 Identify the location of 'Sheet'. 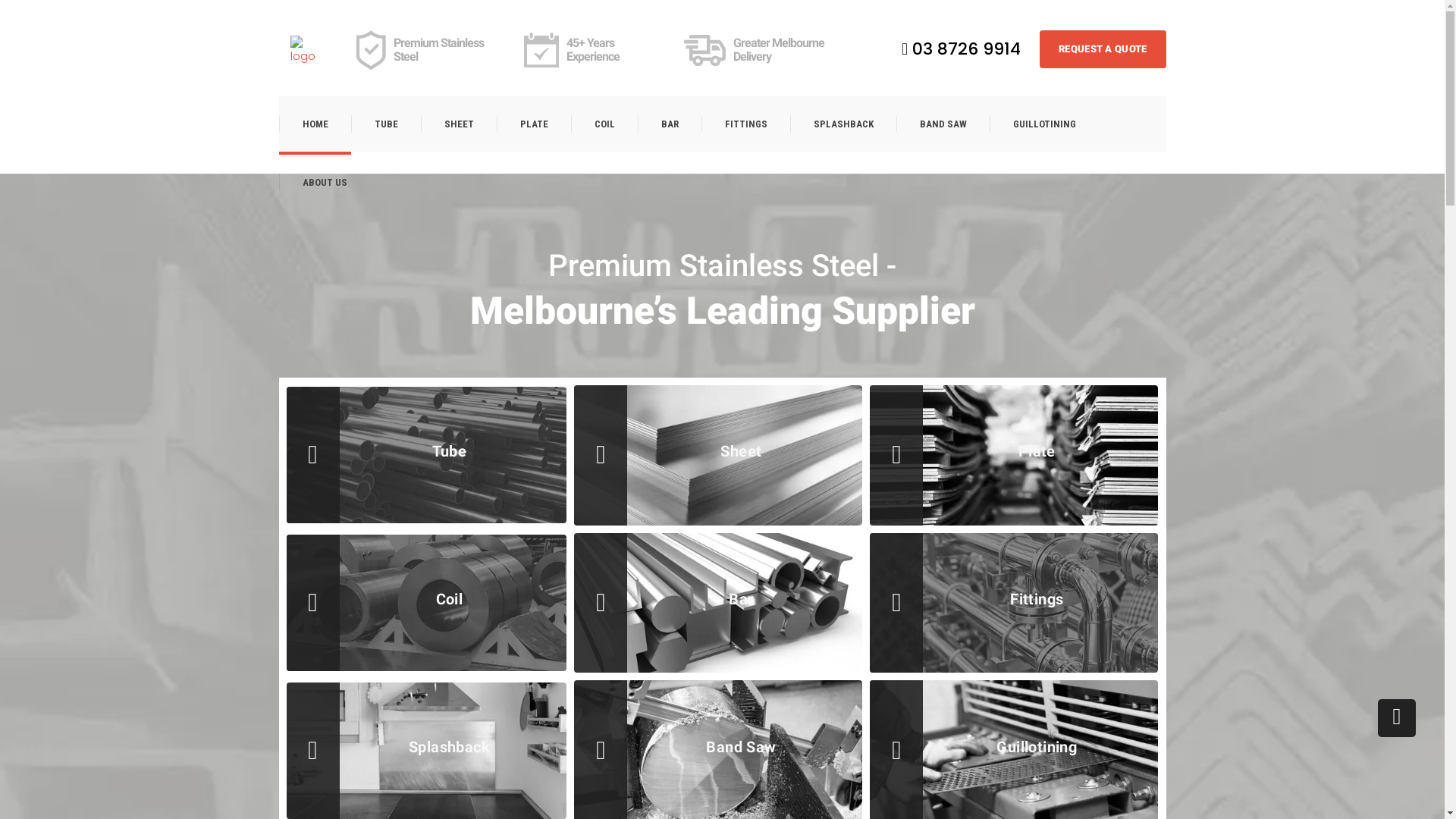
(741, 450).